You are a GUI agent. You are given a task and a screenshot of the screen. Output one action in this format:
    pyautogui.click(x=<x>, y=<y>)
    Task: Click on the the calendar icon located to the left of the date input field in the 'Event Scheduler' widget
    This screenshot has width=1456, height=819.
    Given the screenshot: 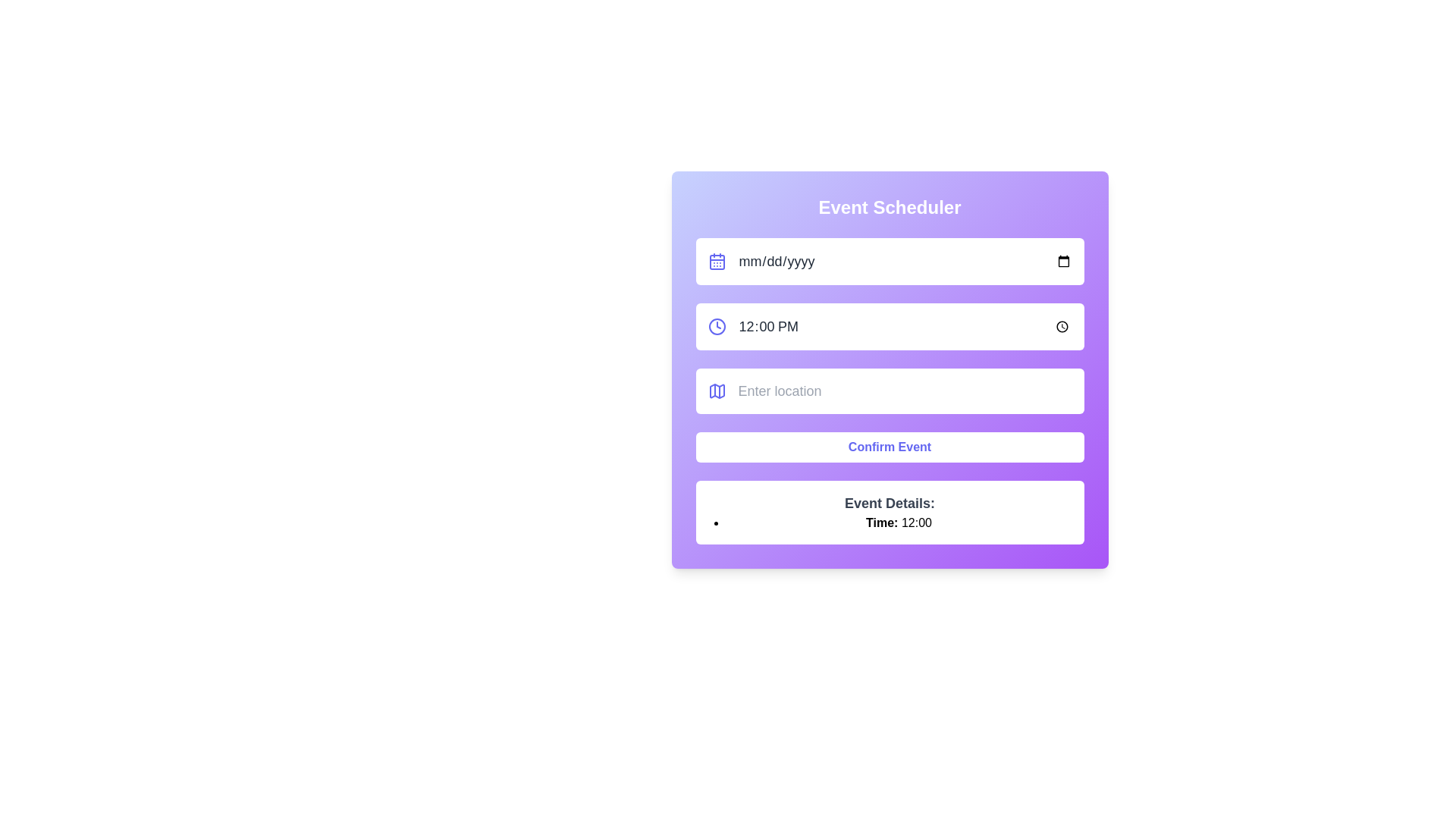 What is the action you would take?
    pyautogui.click(x=716, y=260)
    